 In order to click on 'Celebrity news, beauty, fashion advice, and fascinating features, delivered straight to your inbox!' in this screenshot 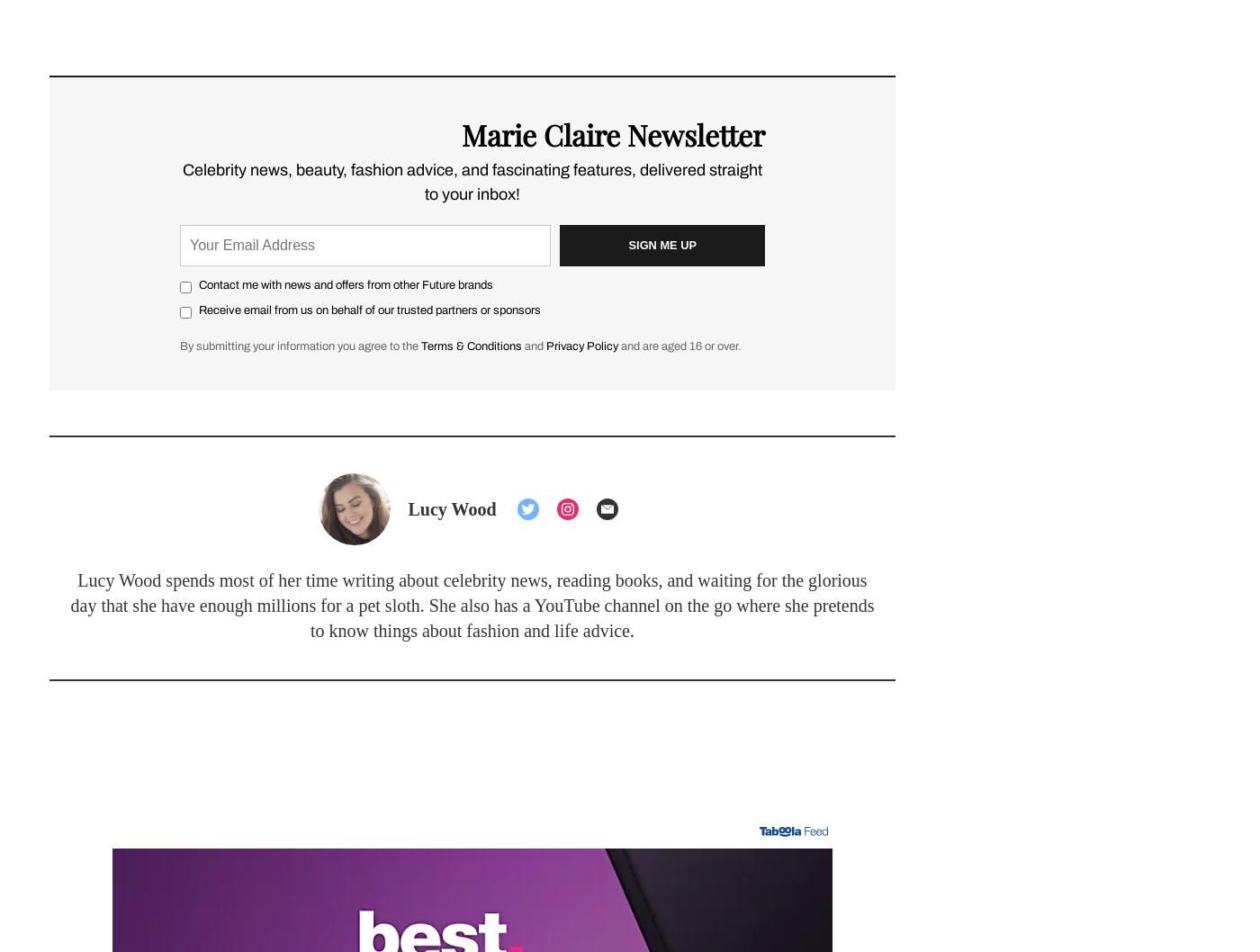, I will do `click(472, 181)`.